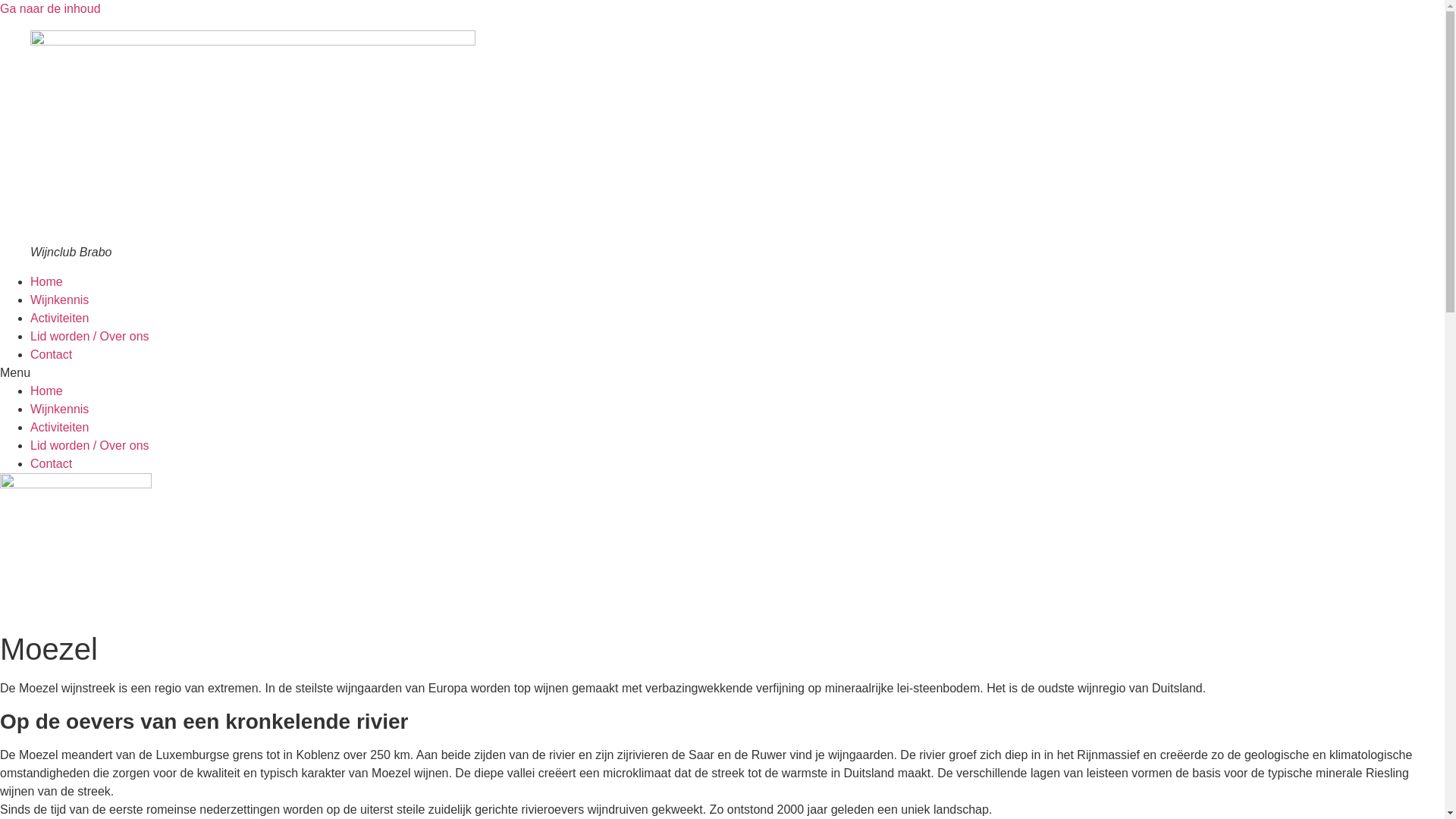  I want to click on 'Lid worden / Over ons', so click(89, 444).